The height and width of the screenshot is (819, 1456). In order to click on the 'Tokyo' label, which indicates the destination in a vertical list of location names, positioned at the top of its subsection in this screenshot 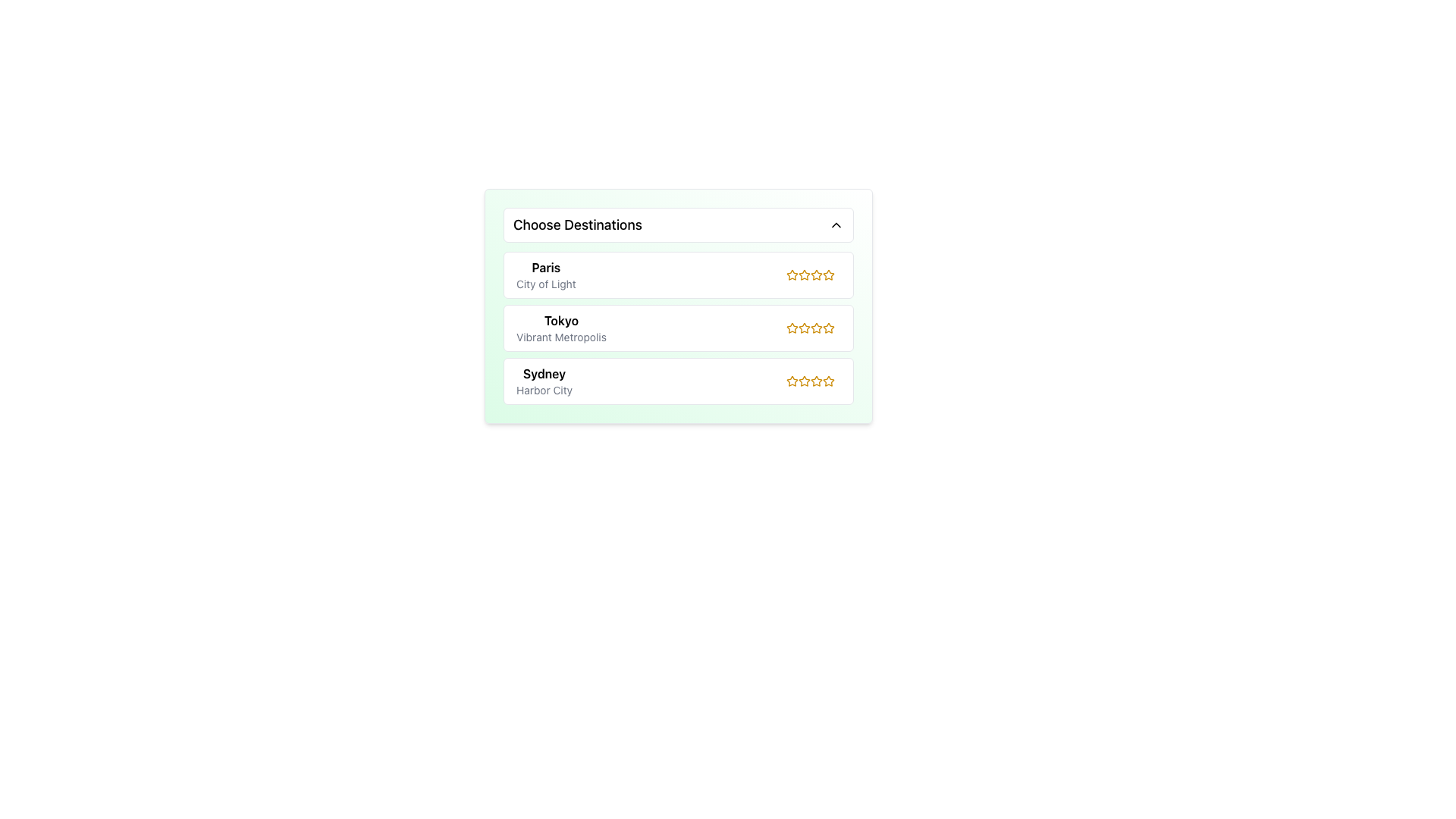, I will do `click(560, 320)`.